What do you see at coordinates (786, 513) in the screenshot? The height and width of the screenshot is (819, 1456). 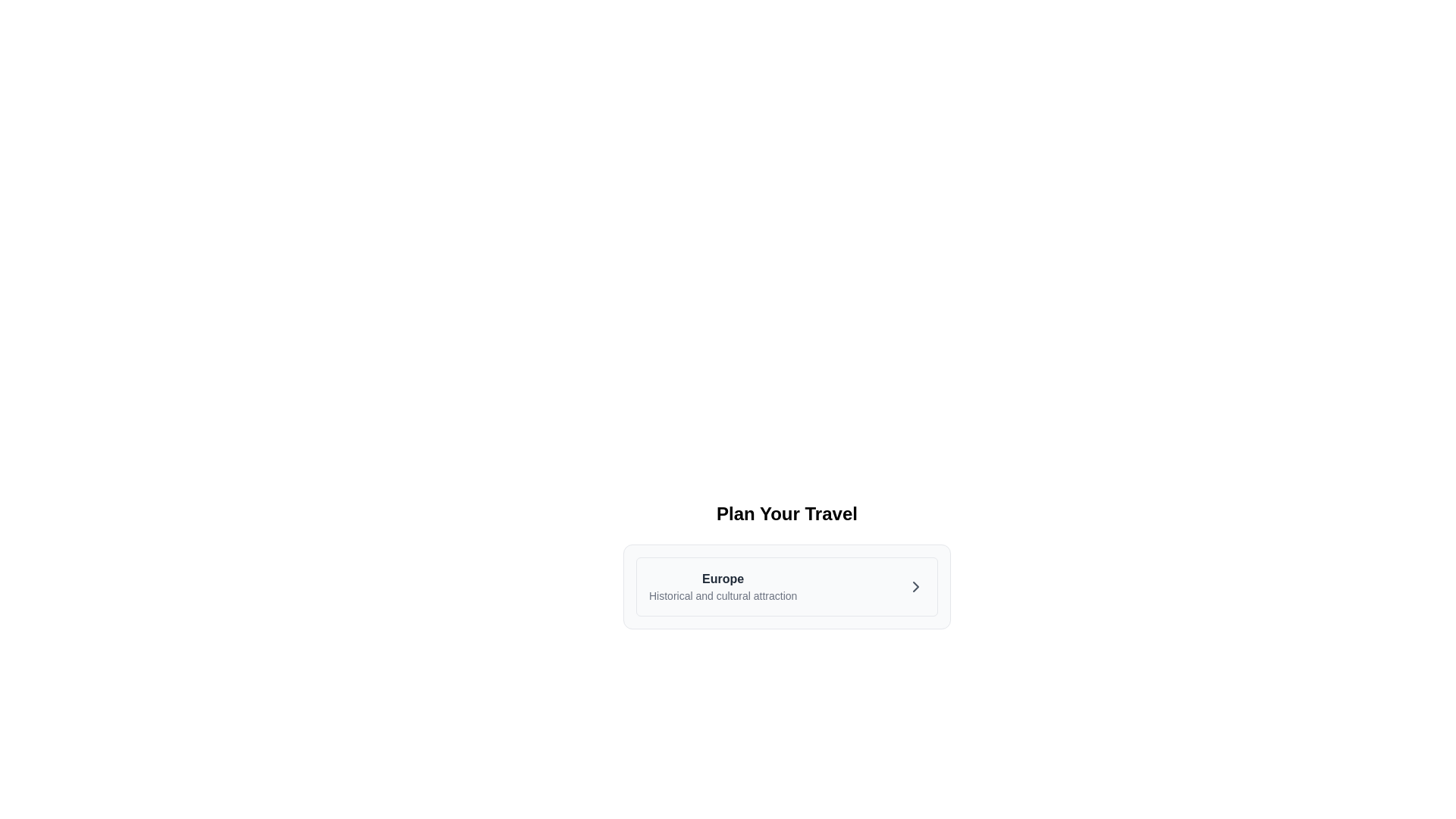 I see `heading text 'Plan Your Travel' which is bold and large, positioned at the top of the section containing travel information` at bounding box center [786, 513].